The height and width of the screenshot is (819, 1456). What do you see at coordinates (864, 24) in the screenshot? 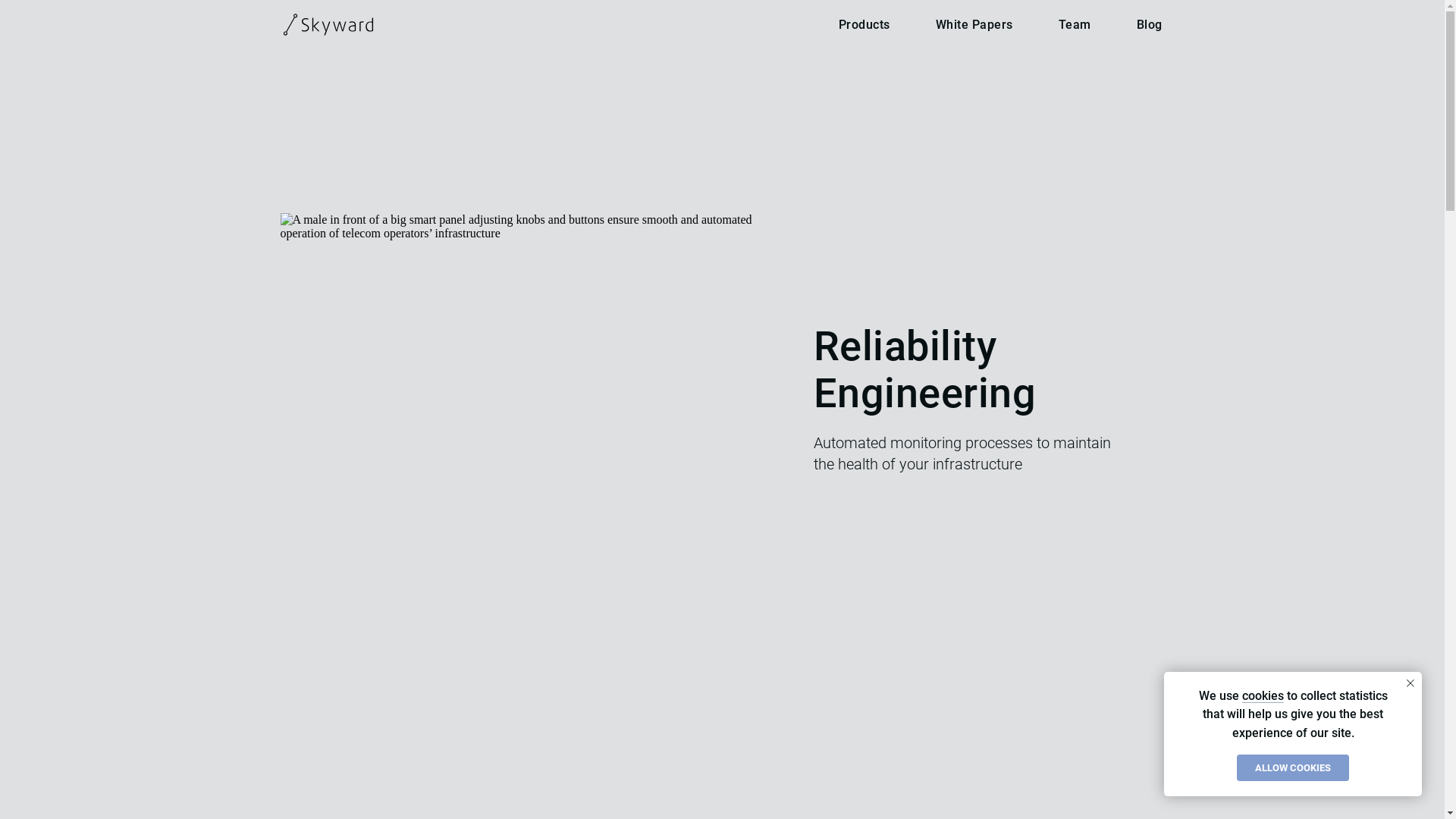
I see `'Products'` at bounding box center [864, 24].